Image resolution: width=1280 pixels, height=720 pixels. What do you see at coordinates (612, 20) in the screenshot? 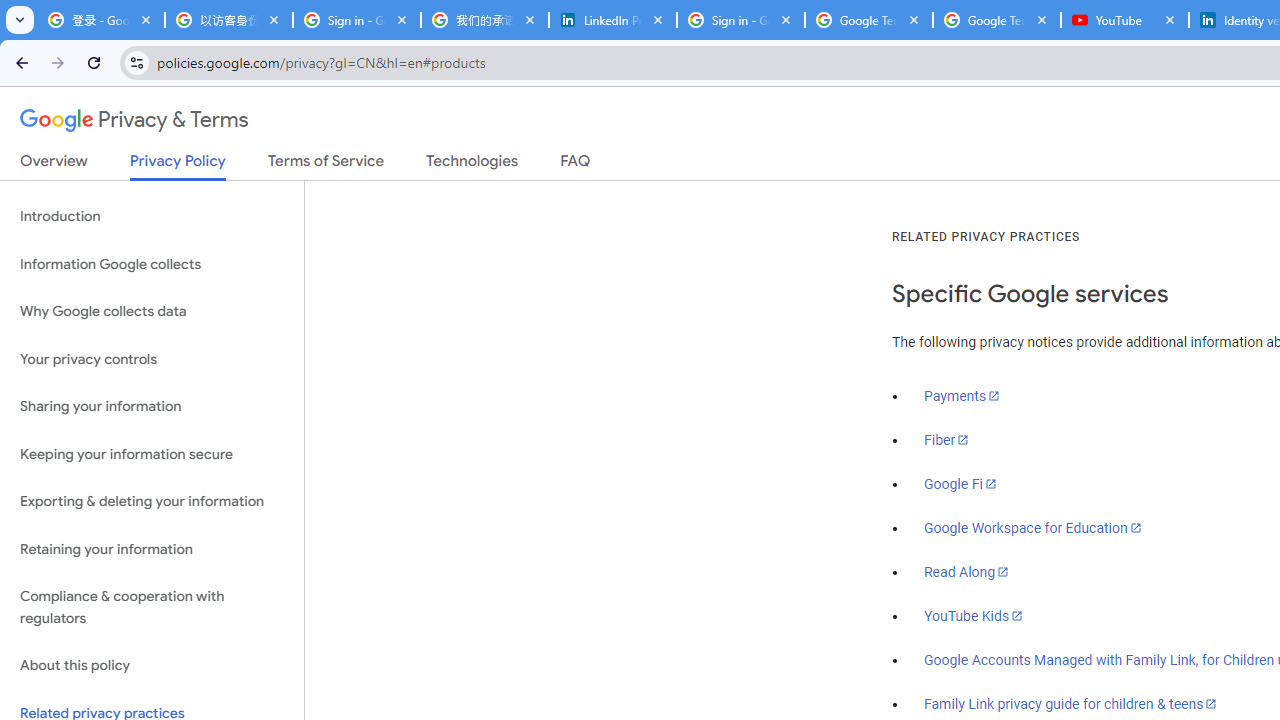
I see `'LinkedIn Privacy Policy'` at bounding box center [612, 20].